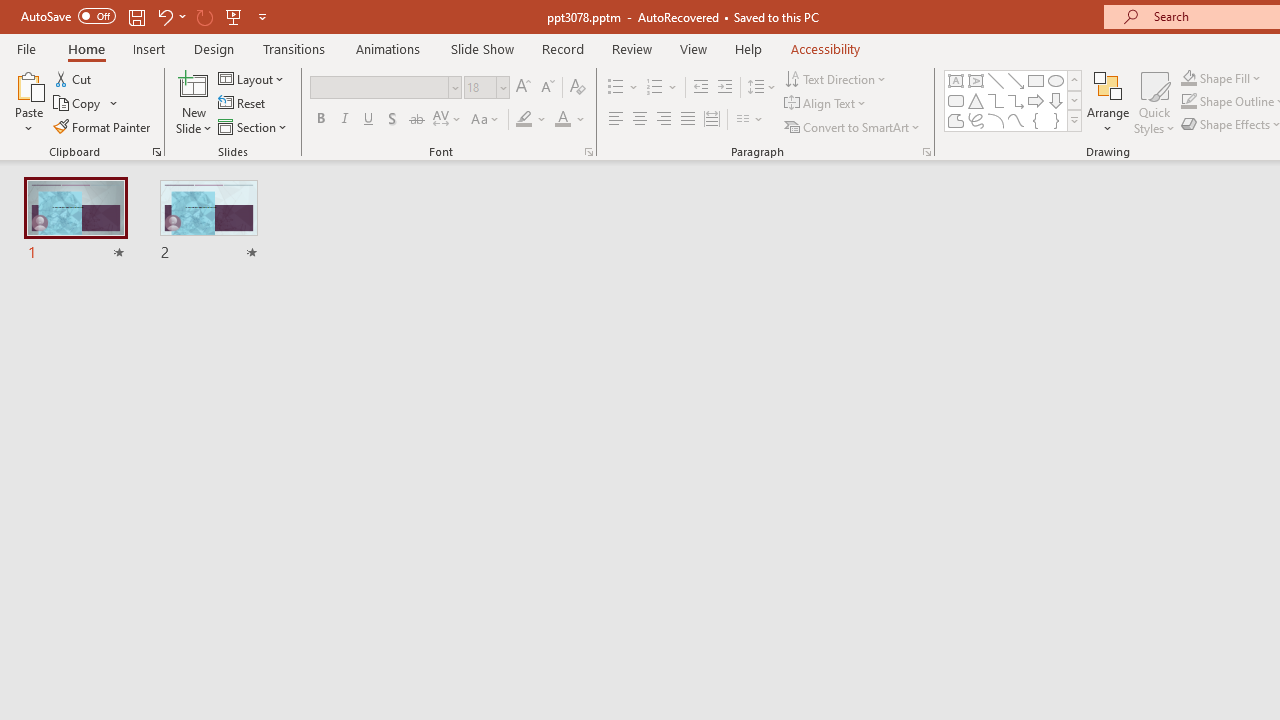 The image size is (1280, 720). I want to click on 'Center', so click(640, 119).